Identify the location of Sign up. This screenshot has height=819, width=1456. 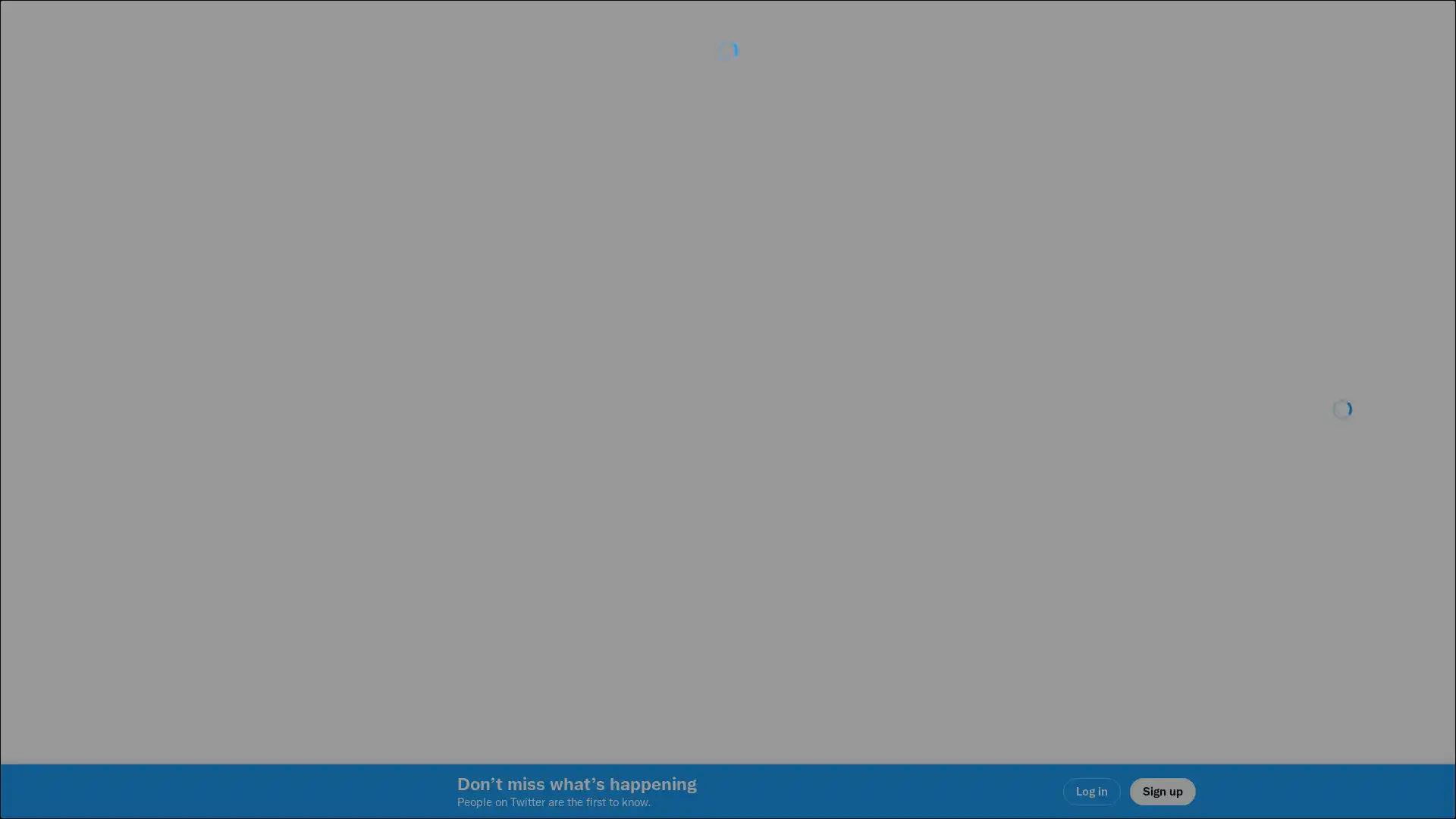
(548, 516).